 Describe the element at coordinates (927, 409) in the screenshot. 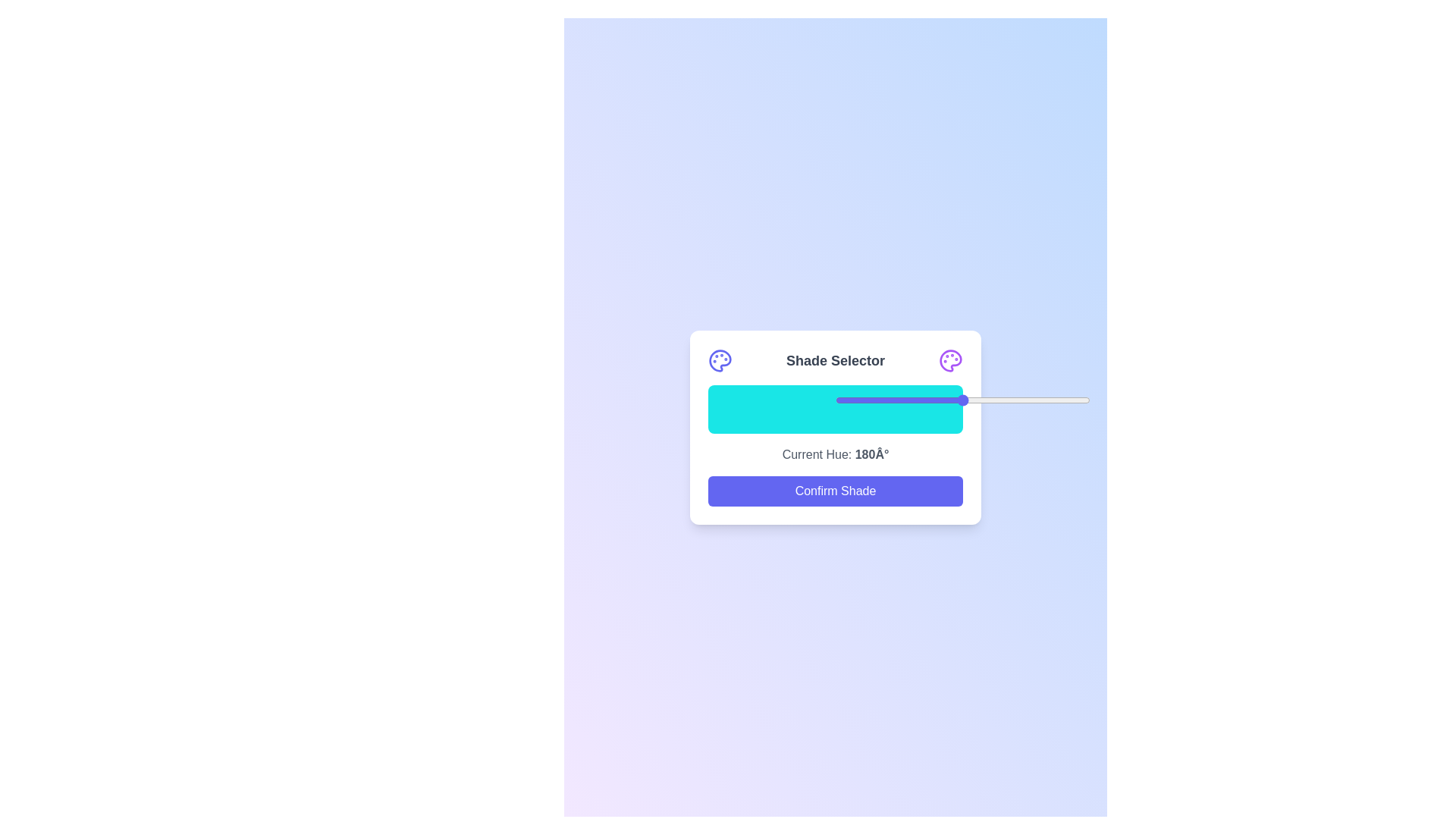

I see `the shade slider to 86 to observe the corresponding color` at that location.